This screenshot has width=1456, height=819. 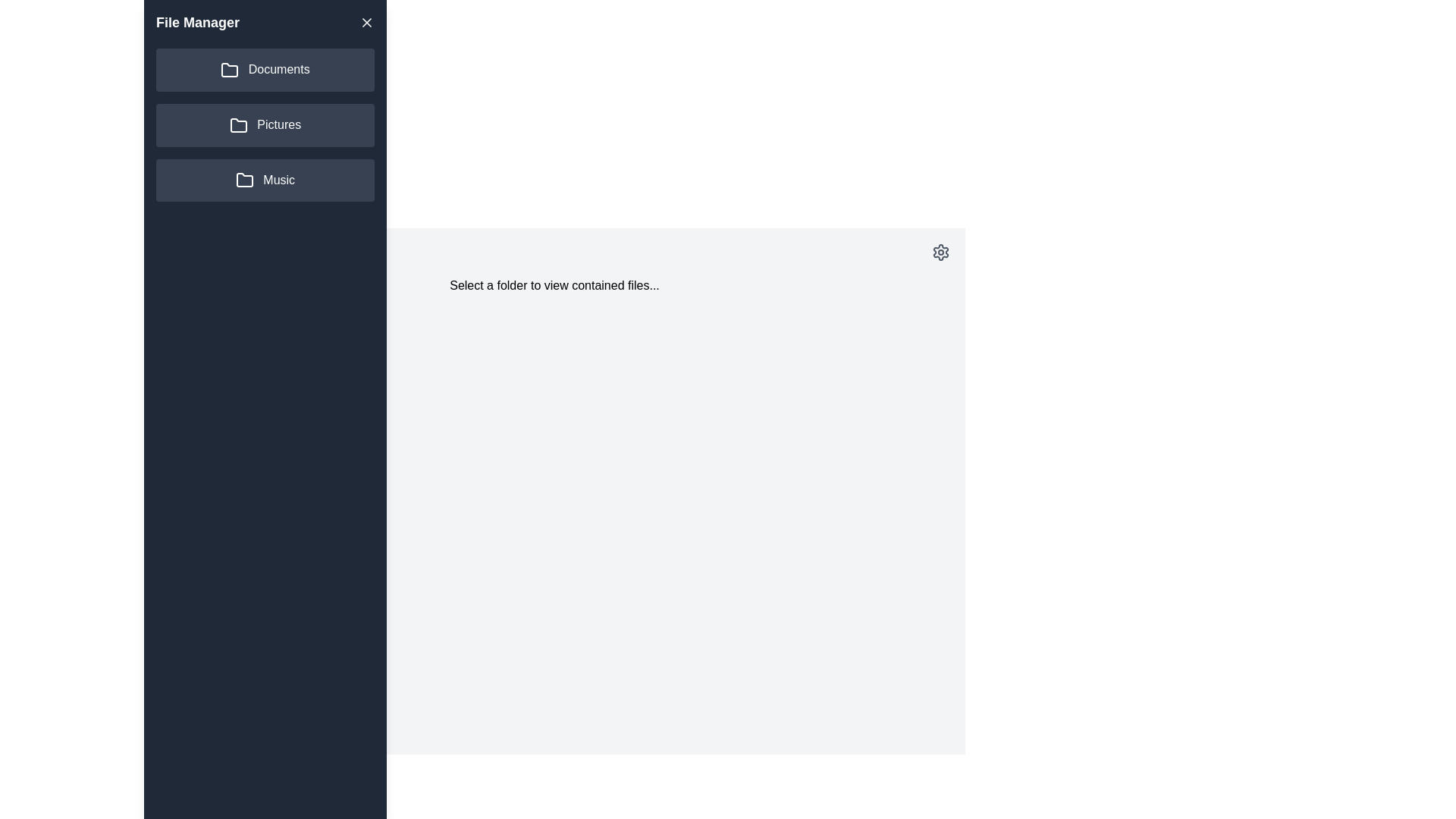 I want to click on the folder named Pictures, so click(x=265, y=124).